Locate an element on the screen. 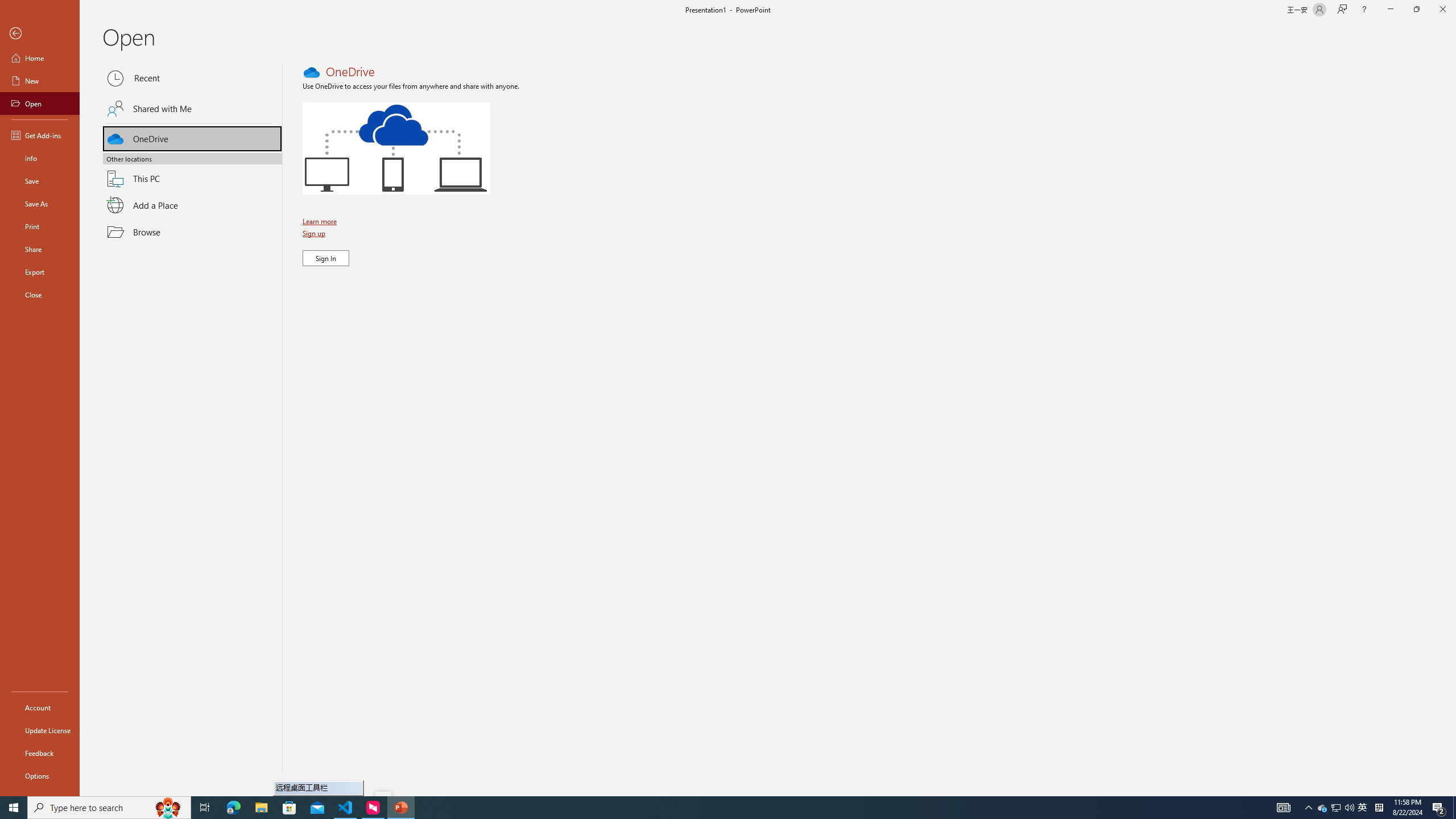  'Options' is located at coordinates (39, 775).